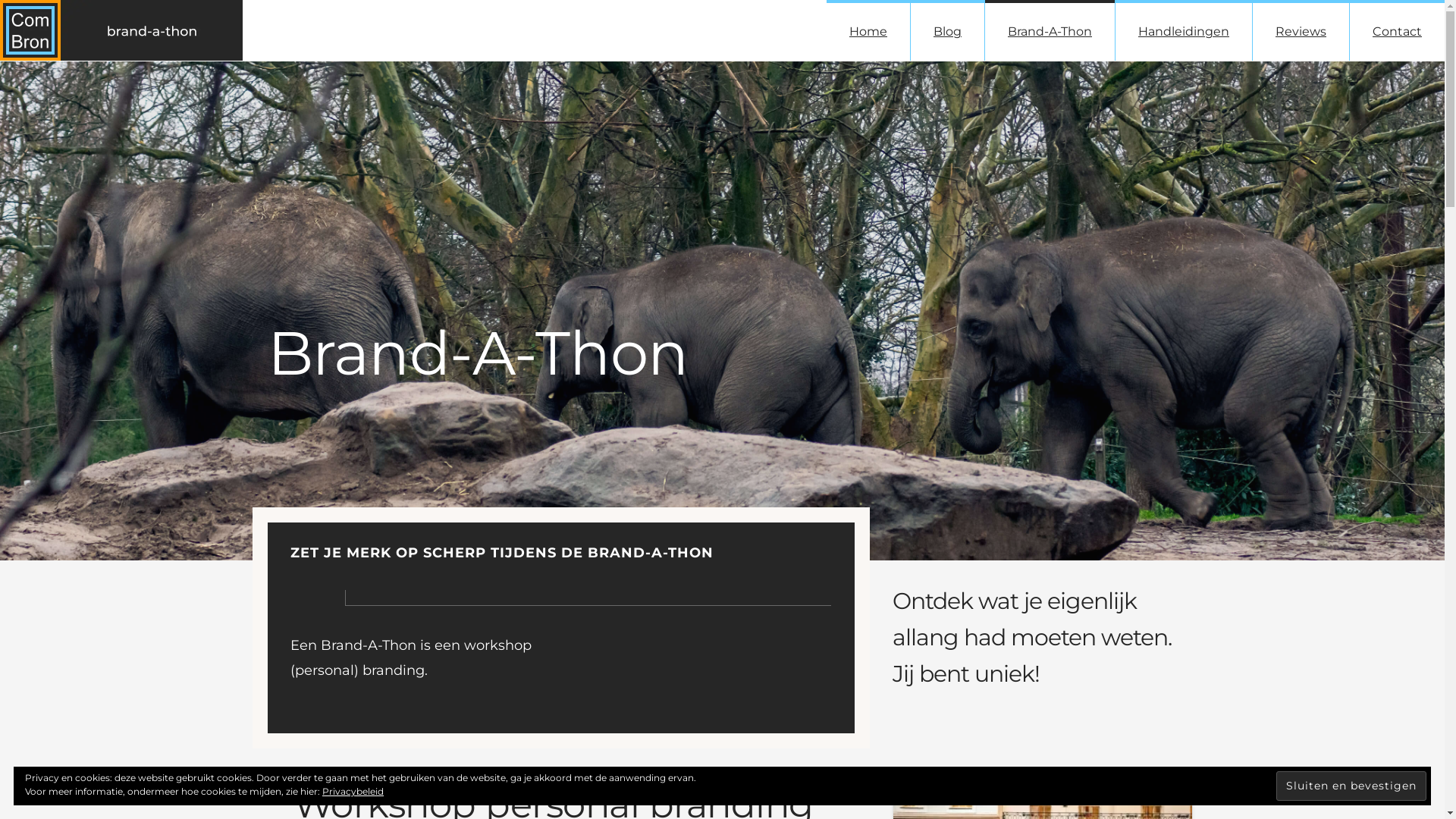  Describe the element at coordinates (575, 775) in the screenshot. I see `'REVIEWS'` at that location.